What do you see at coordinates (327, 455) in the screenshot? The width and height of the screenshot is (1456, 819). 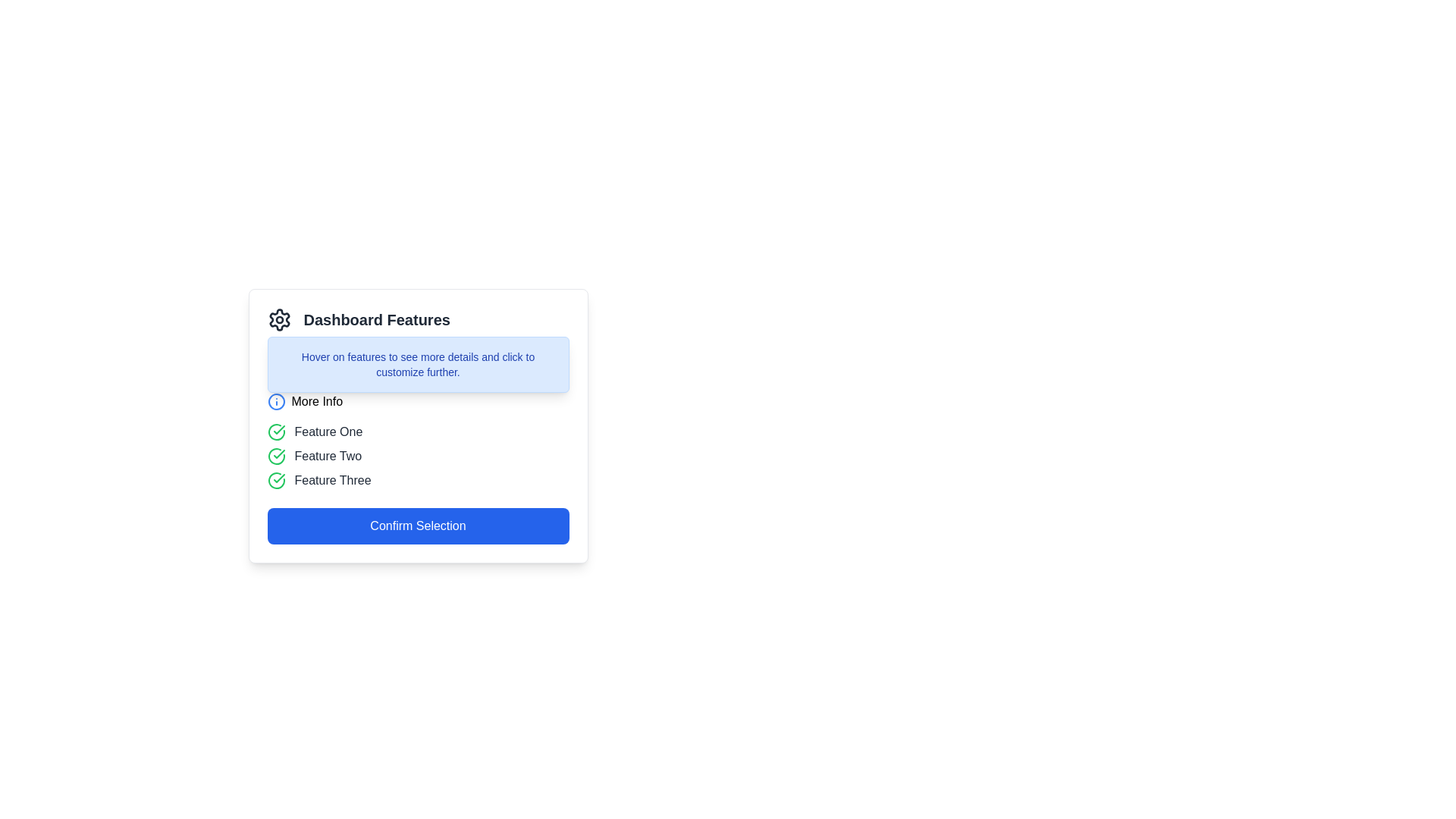 I see `the static text label that describes the second feature in the list, positioned between 'Feature One' and 'Feature Three' in the modal window` at bounding box center [327, 455].